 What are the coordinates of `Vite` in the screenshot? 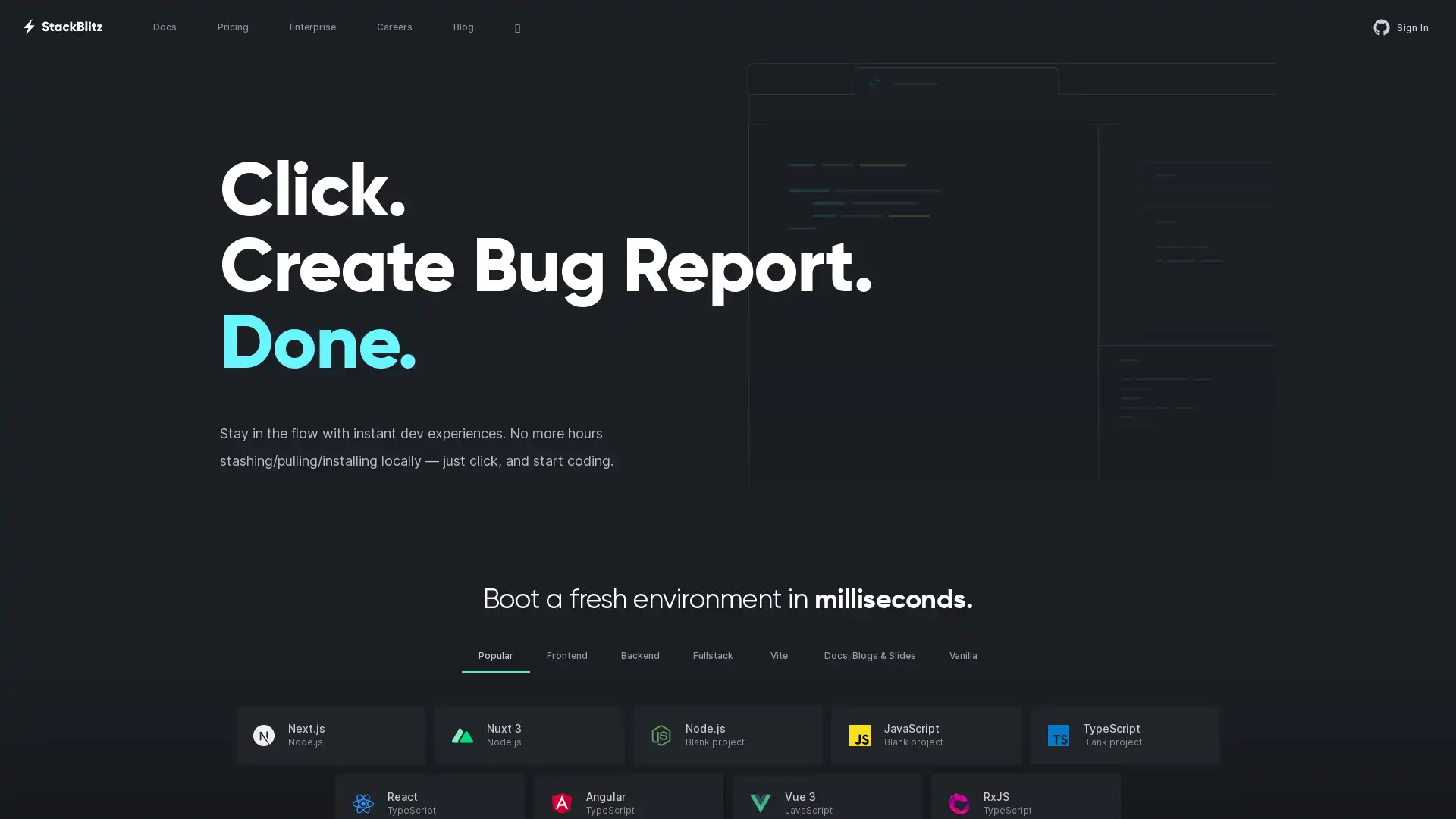 It's located at (779, 654).